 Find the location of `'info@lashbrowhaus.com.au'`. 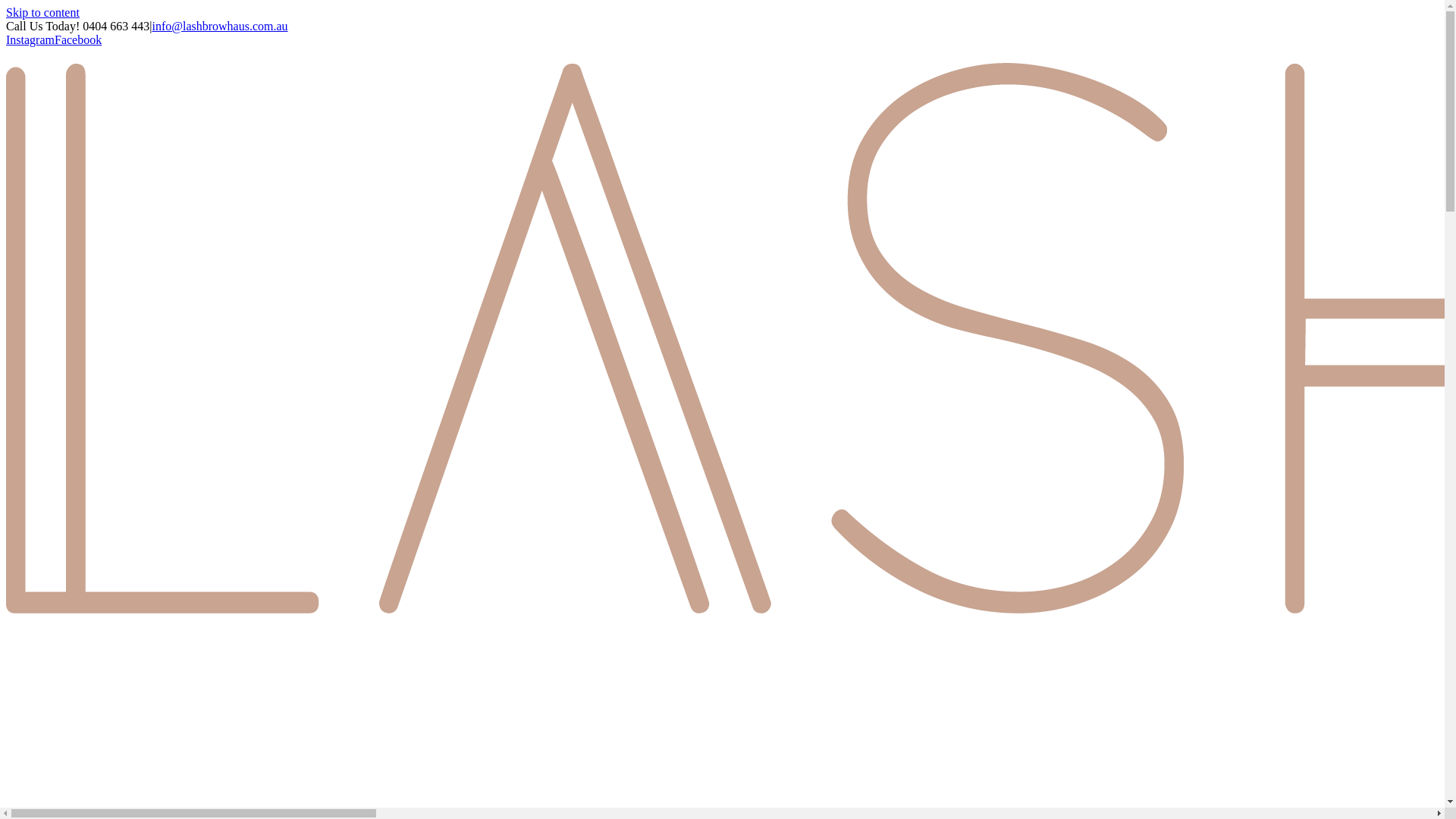

'info@lashbrowhaus.com.au' is located at coordinates (218, 26).